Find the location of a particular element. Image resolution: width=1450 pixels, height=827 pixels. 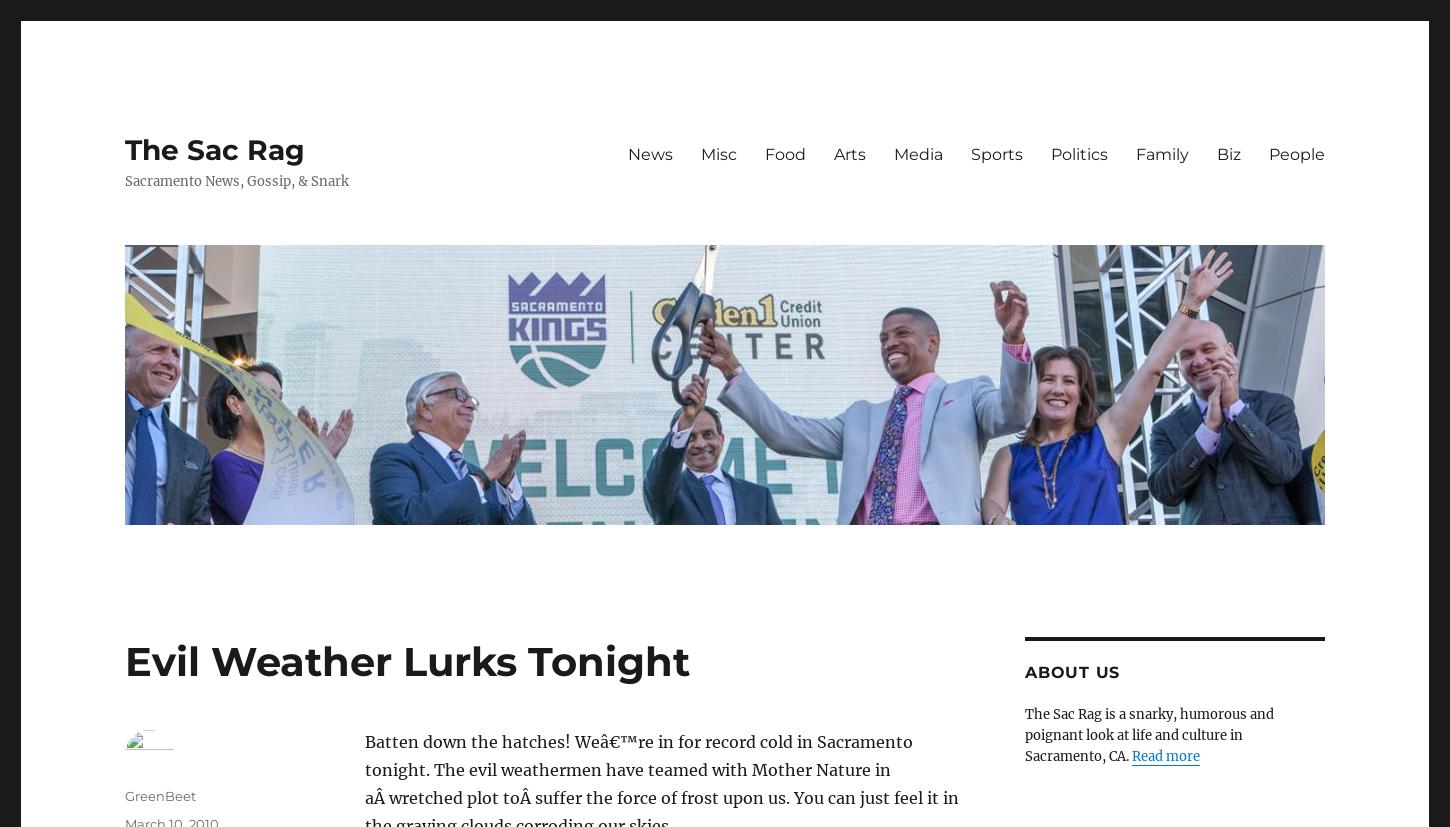

'Read more' is located at coordinates (1164, 755).